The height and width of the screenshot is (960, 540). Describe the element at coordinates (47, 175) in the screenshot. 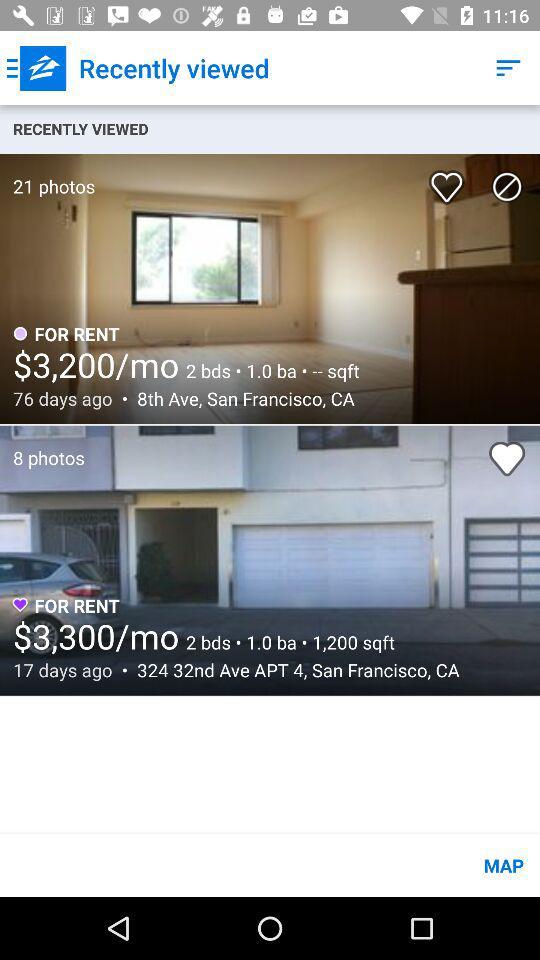

I see `the 21 photos` at that location.